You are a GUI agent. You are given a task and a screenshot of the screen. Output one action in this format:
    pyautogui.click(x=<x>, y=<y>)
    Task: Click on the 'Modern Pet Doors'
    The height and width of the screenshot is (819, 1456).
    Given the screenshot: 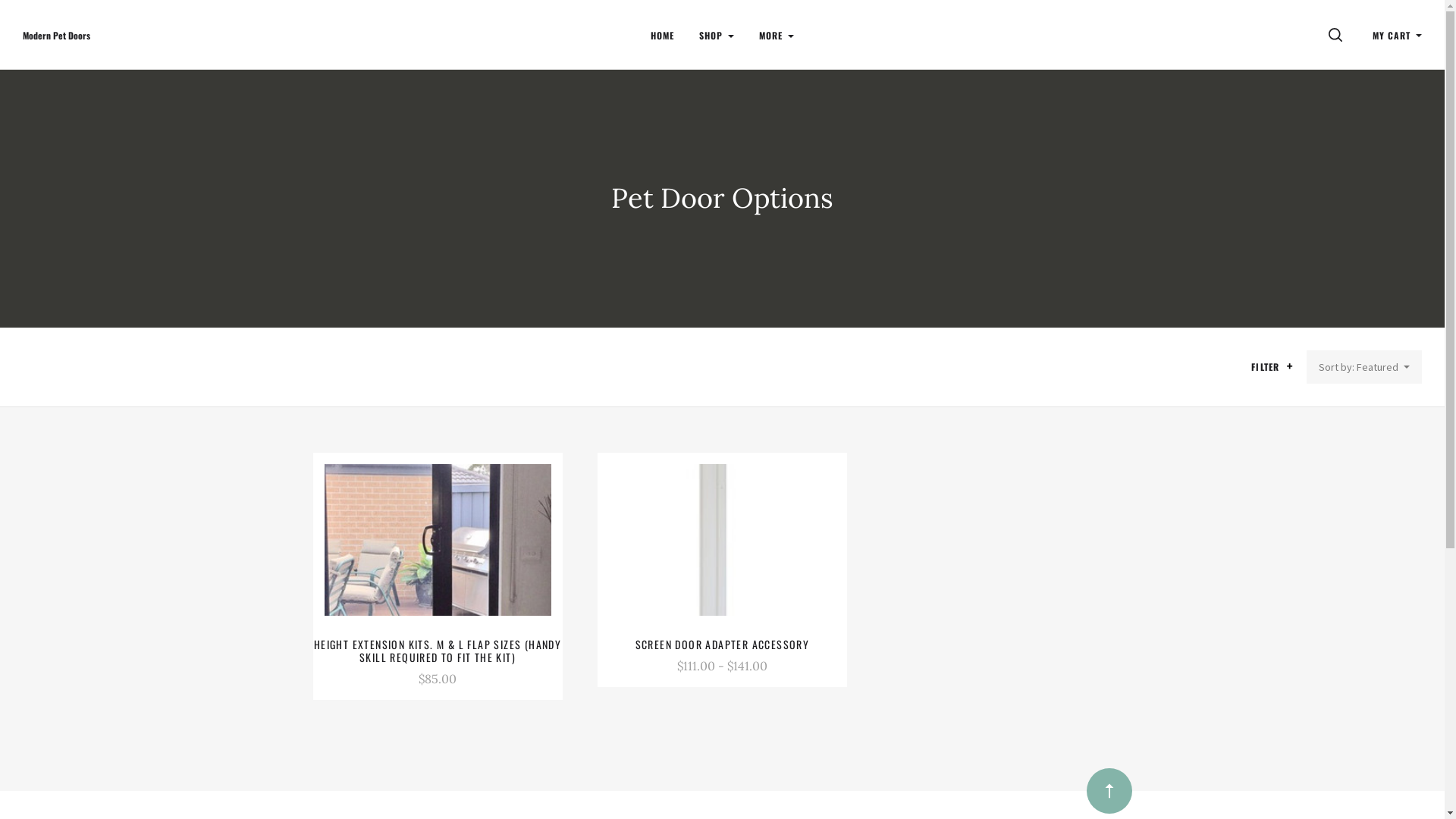 What is the action you would take?
    pyautogui.click(x=56, y=34)
    